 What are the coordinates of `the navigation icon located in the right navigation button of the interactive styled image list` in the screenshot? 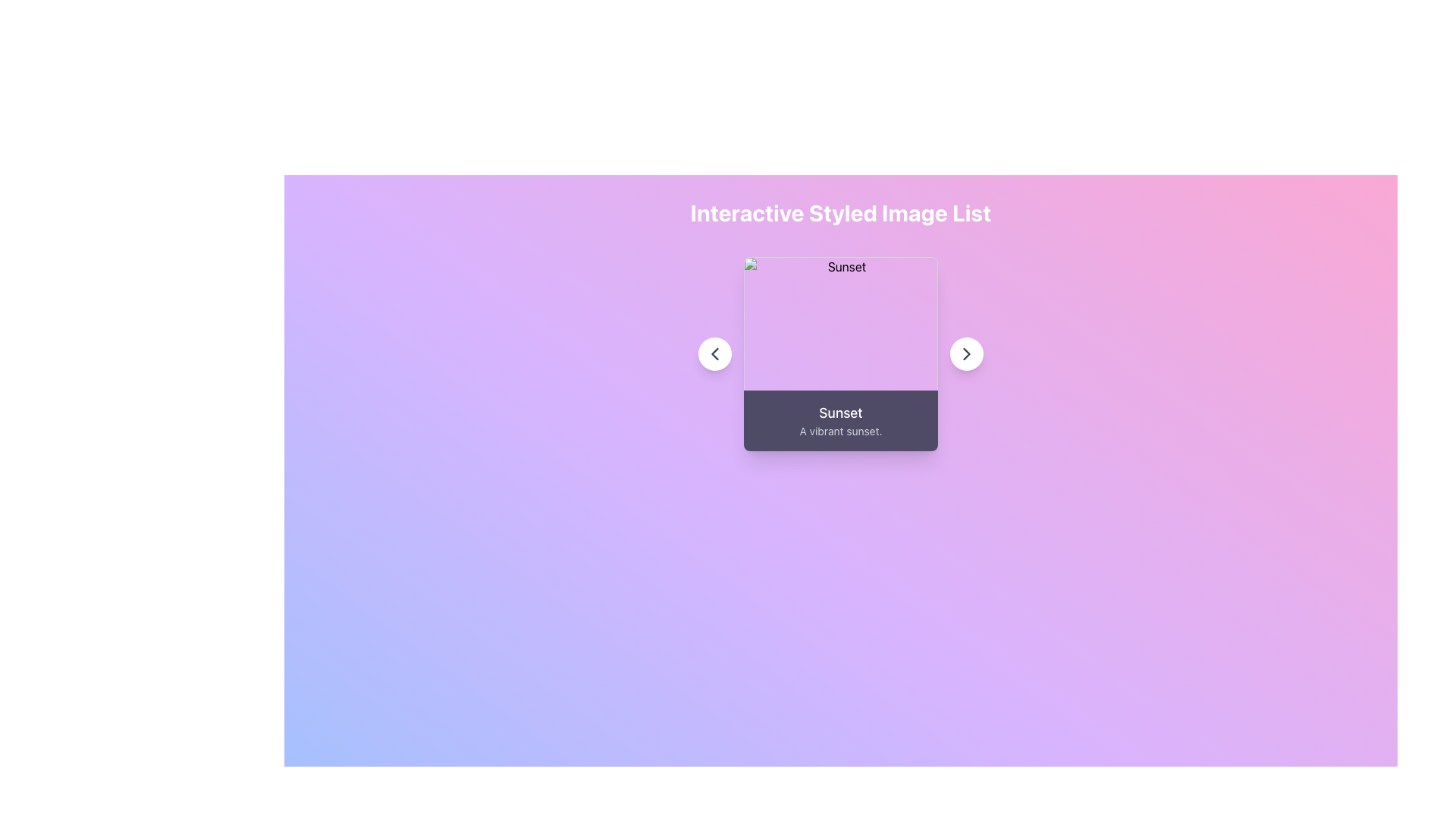 It's located at (966, 353).